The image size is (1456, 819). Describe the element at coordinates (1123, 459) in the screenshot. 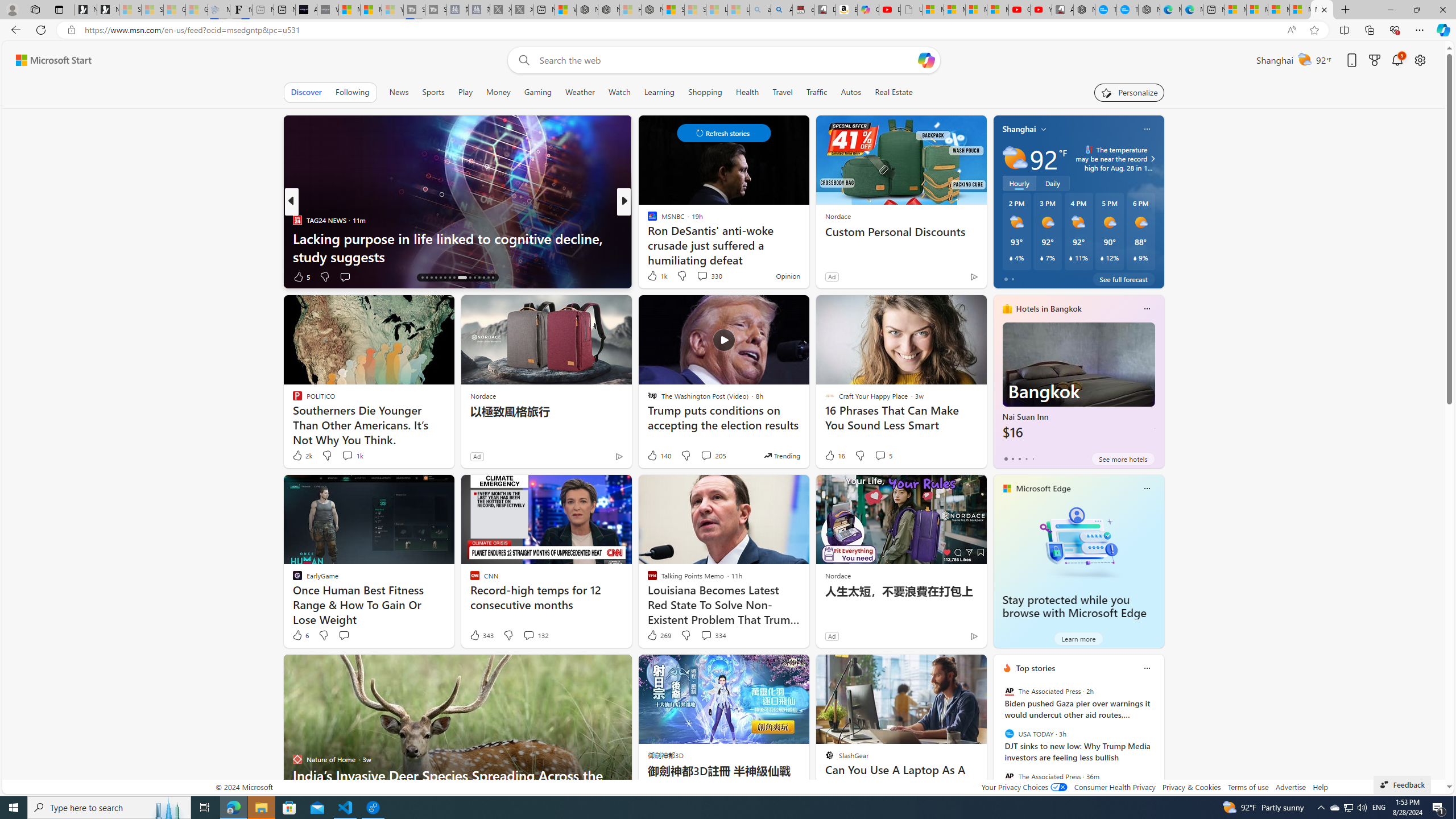

I see `'See more hotels'` at that location.